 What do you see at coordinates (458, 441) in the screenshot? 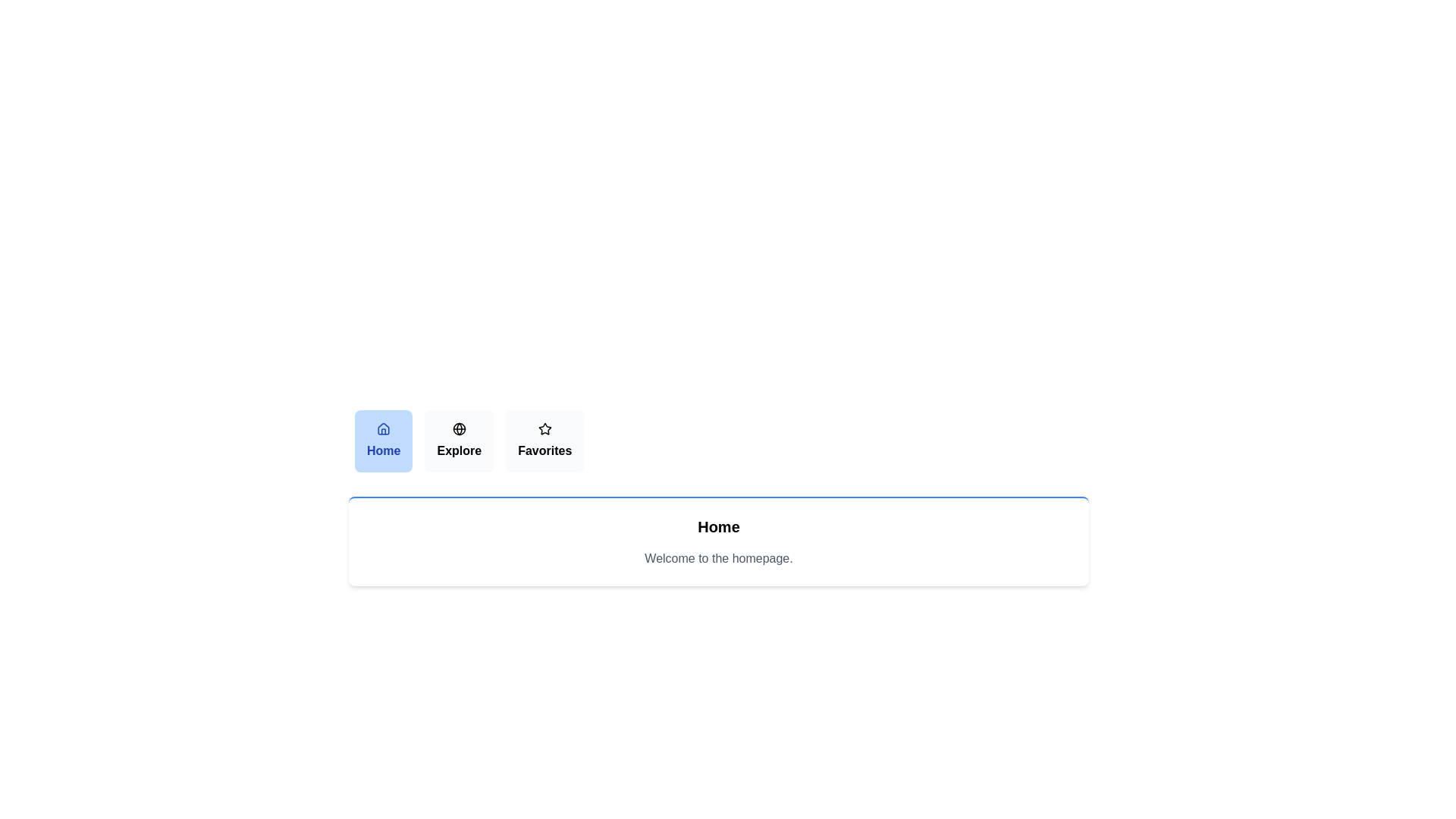
I see `the tab labeled Explore to observe its visual feedback` at bounding box center [458, 441].